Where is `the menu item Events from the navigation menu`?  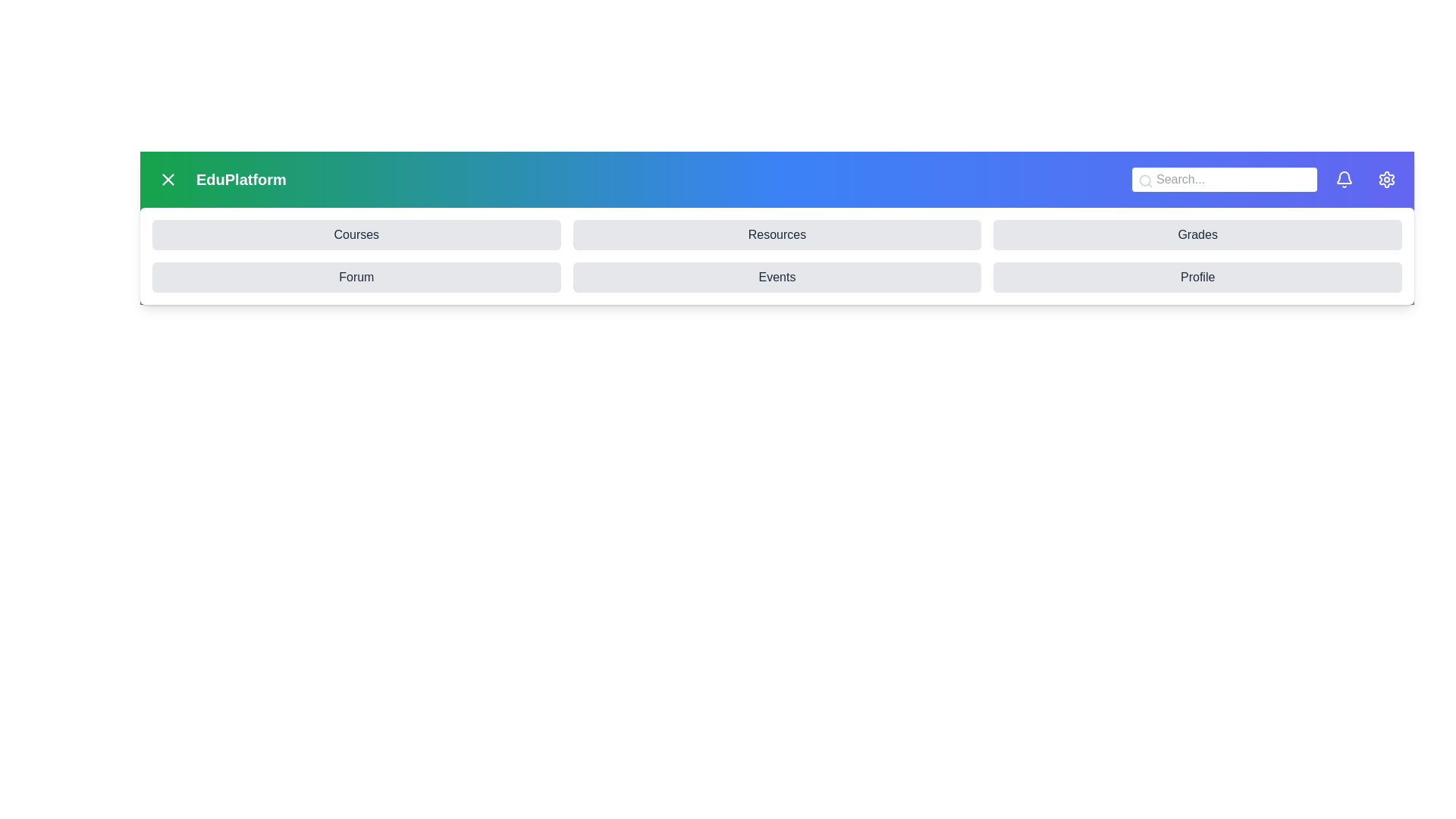 the menu item Events from the navigation menu is located at coordinates (777, 278).